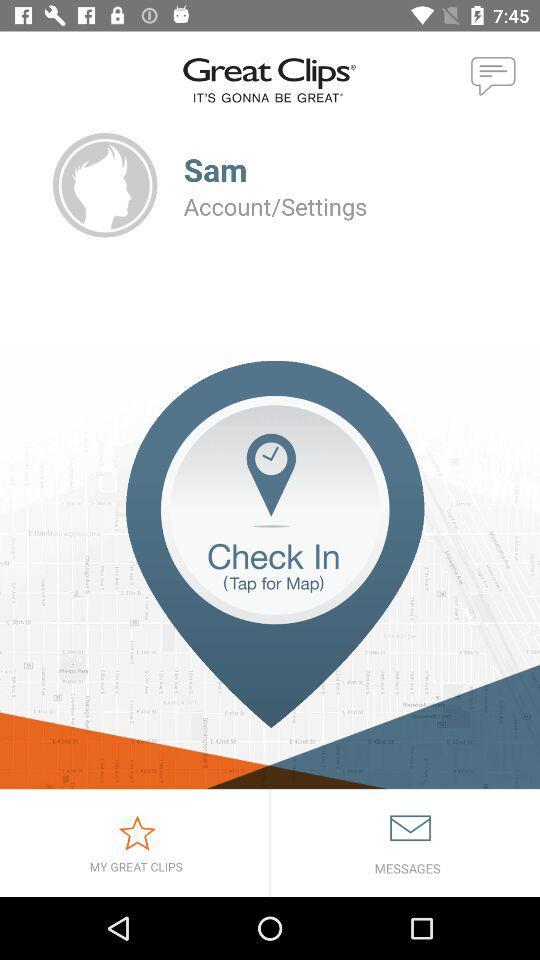 The width and height of the screenshot is (540, 960). What do you see at coordinates (405, 842) in the screenshot?
I see `messages` at bounding box center [405, 842].